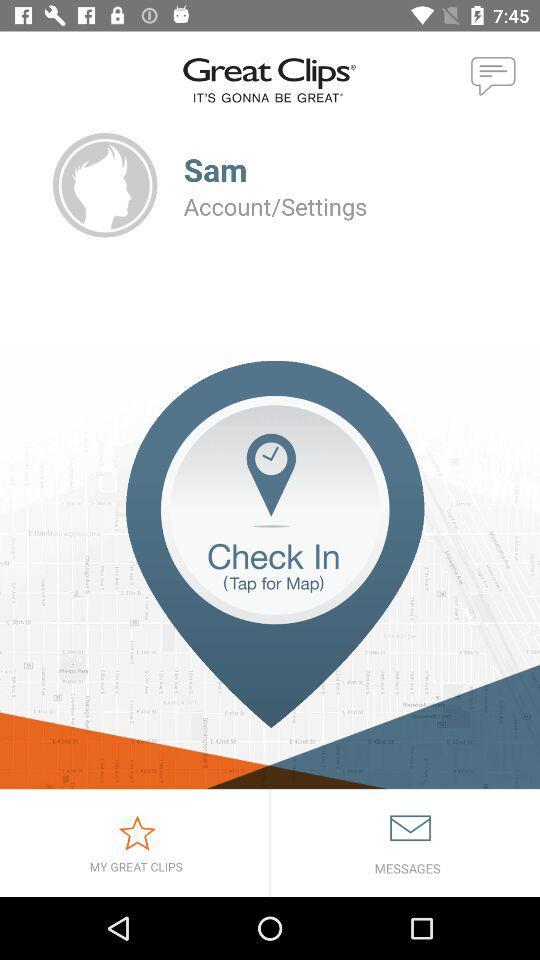 The width and height of the screenshot is (540, 960). What do you see at coordinates (405, 842) in the screenshot?
I see `messages` at bounding box center [405, 842].